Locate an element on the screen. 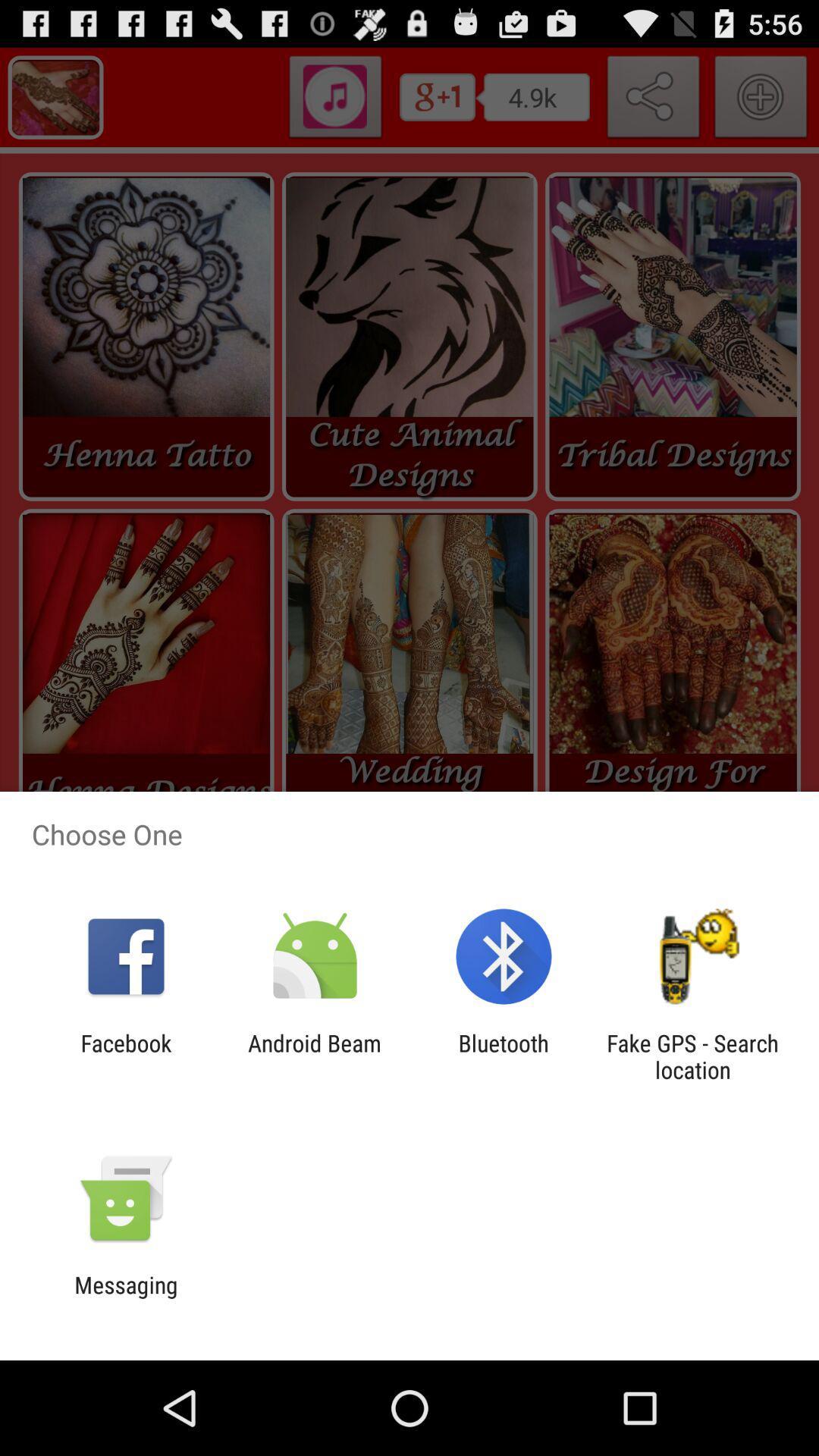 Image resolution: width=819 pixels, height=1456 pixels. the item to the left of fake gps search item is located at coordinates (504, 1056).